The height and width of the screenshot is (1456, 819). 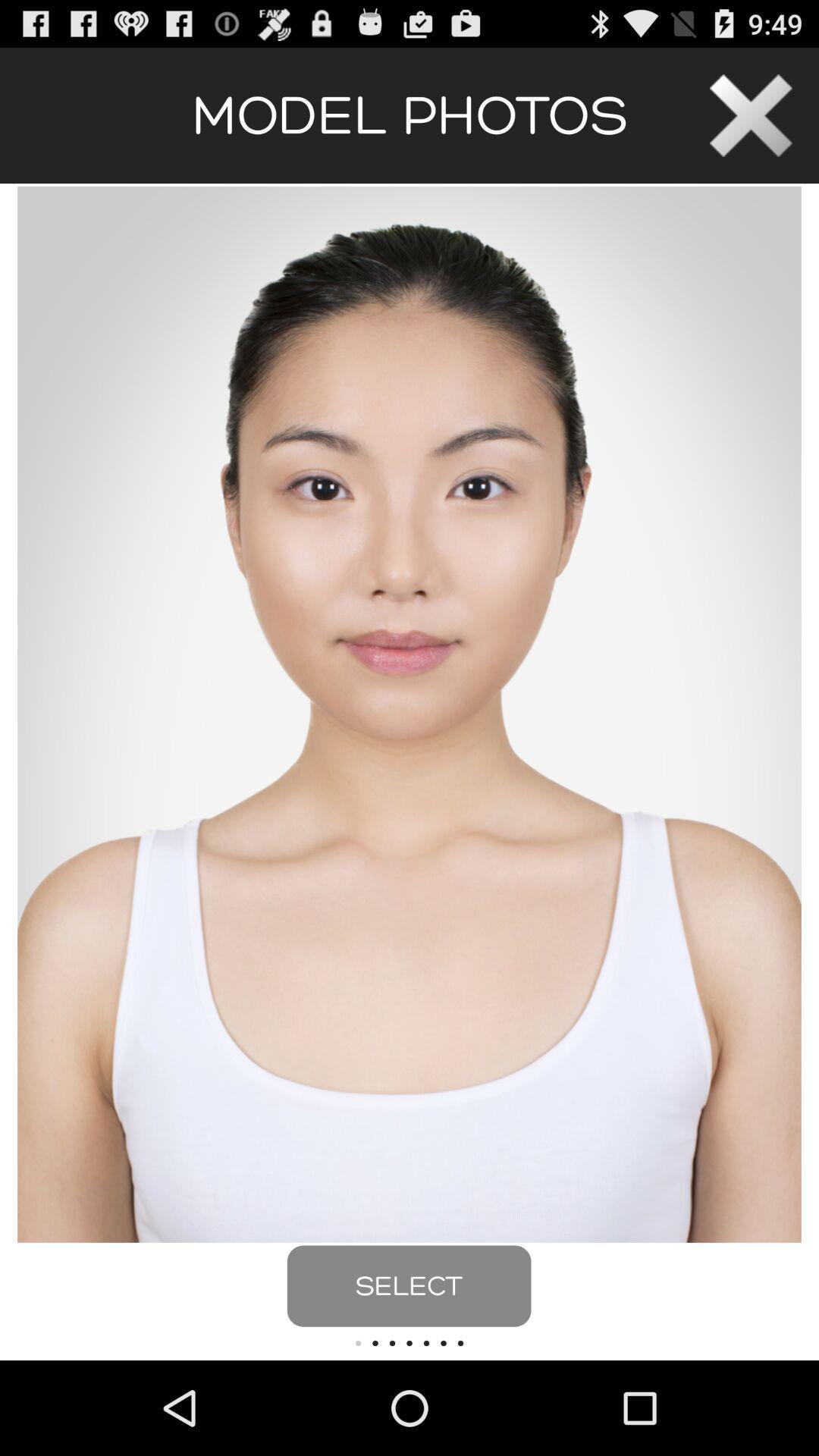 What do you see at coordinates (408, 1285) in the screenshot?
I see `select item` at bounding box center [408, 1285].